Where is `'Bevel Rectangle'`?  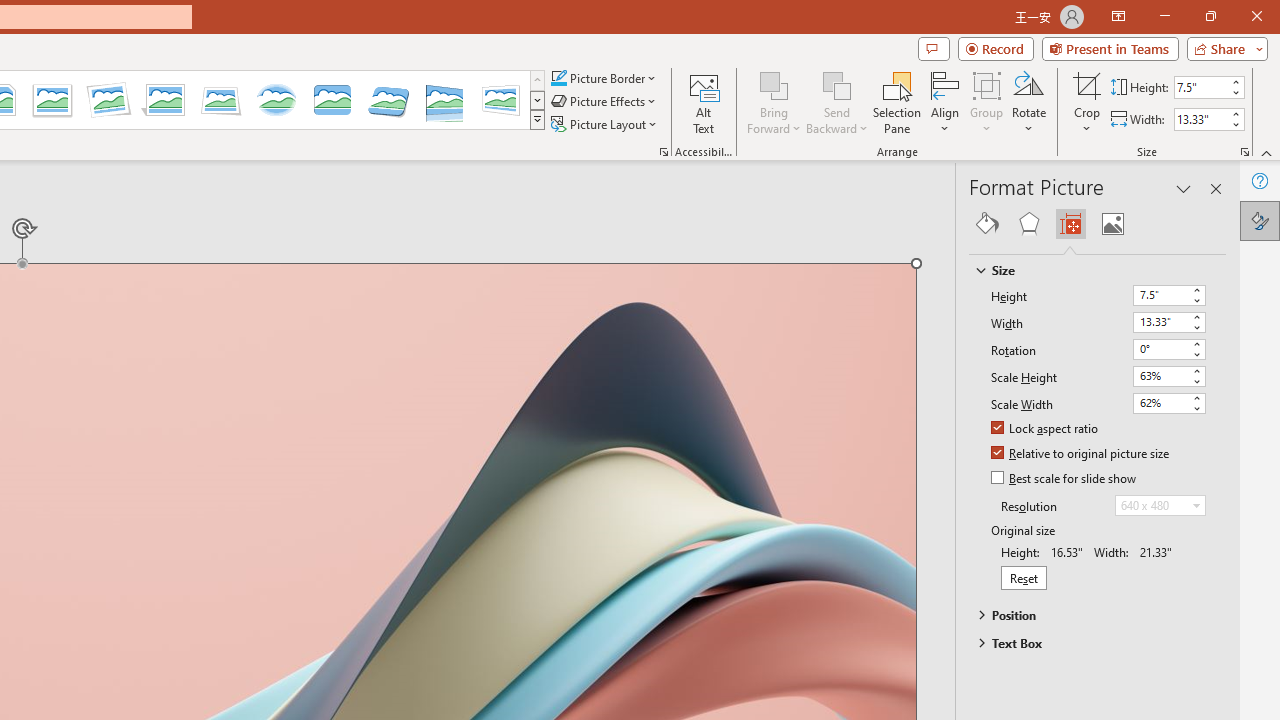
'Bevel Rectangle' is located at coordinates (332, 100).